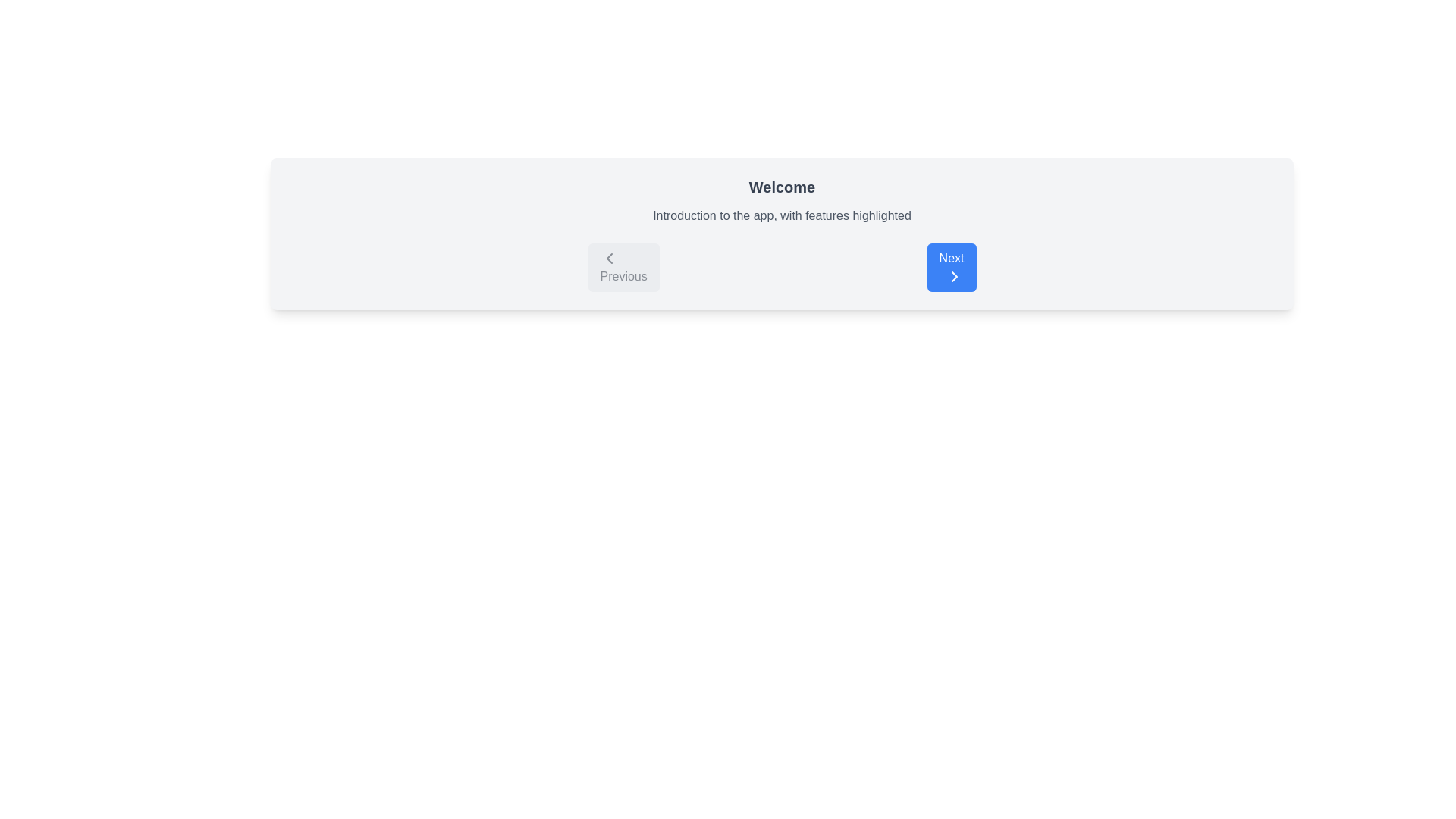 This screenshot has height=819, width=1456. What do you see at coordinates (609, 257) in the screenshot?
I see `the Vector graphical icon on the 'Previous' button, which is positioned to the left of the central content panel` at bounding box center [609, 257].